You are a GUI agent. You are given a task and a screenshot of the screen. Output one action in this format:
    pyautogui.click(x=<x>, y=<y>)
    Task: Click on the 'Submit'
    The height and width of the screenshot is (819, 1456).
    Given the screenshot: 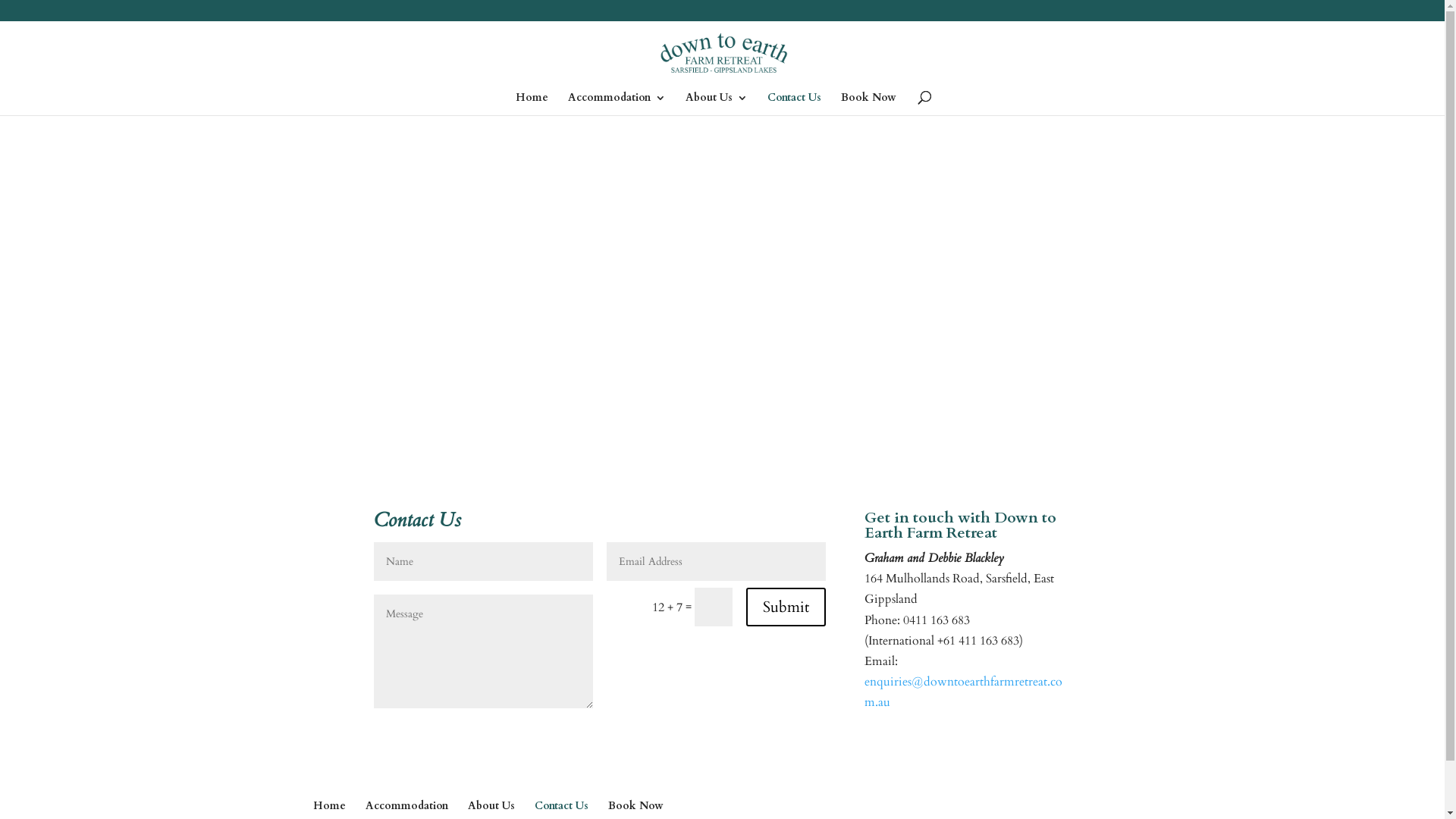 What is the action you would take?
    pyautogui.click(x=786, y=606)
    